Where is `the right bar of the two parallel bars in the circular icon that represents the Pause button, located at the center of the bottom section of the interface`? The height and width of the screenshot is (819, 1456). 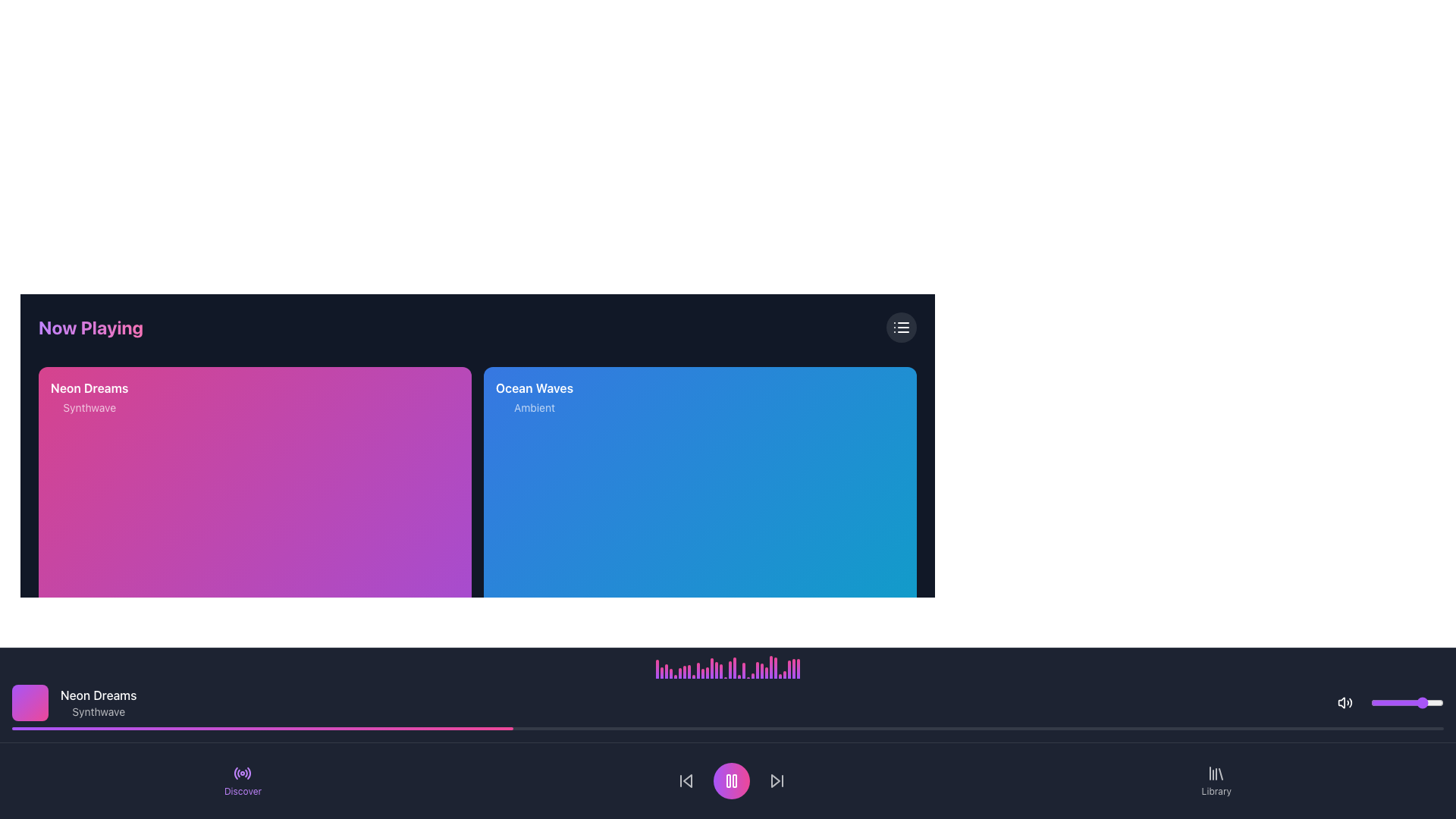 the right bar of the two parallel bars in the circular icon that represents the Pause button, located at the center of the bottom section of the interface is located at coordinates (734, 780).